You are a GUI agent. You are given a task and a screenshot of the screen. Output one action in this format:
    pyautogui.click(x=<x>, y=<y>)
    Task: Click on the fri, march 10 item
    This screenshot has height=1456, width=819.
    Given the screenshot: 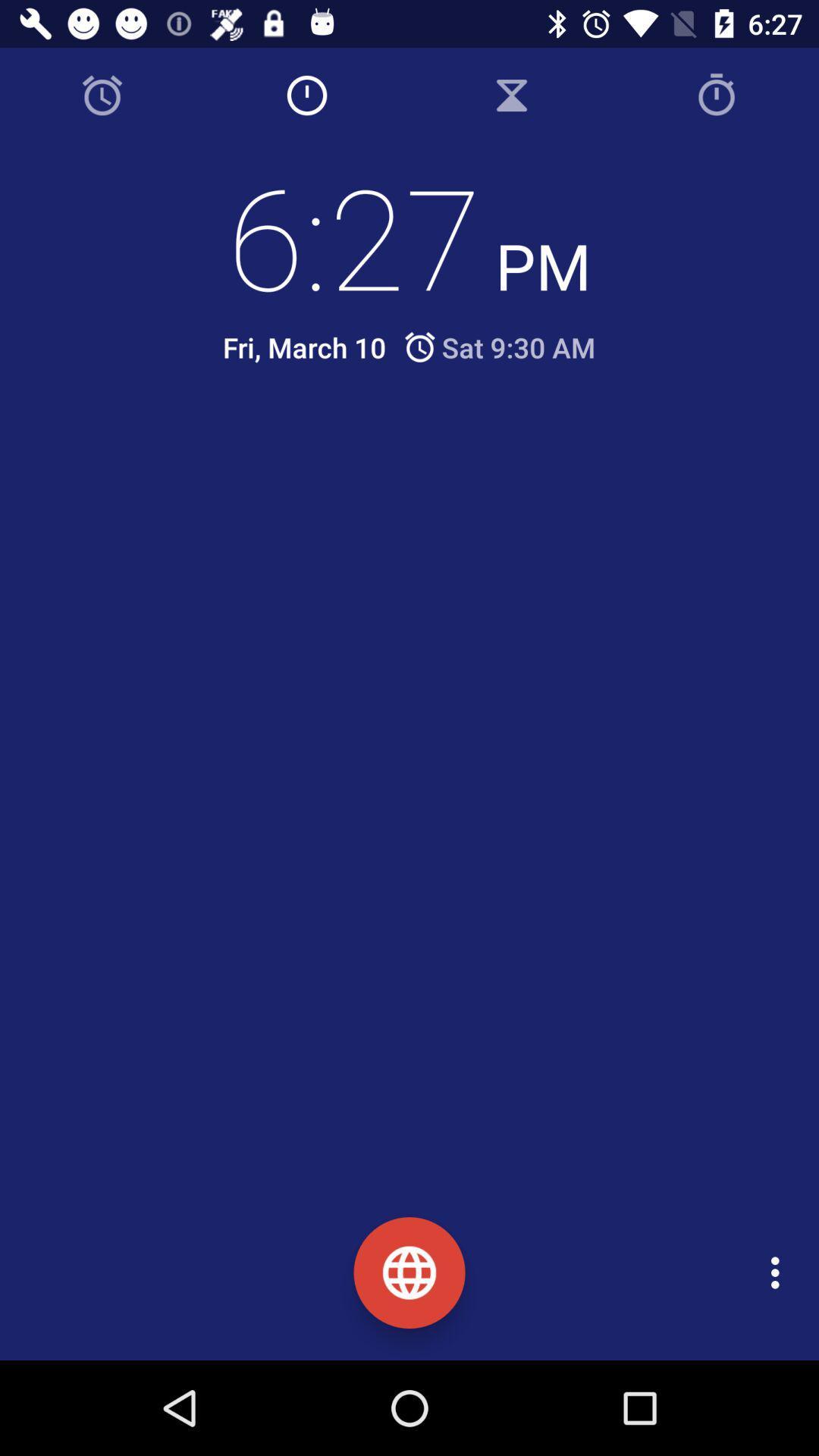 What is the action you would take?
    pyautogui.click(x=304, y=347)
    